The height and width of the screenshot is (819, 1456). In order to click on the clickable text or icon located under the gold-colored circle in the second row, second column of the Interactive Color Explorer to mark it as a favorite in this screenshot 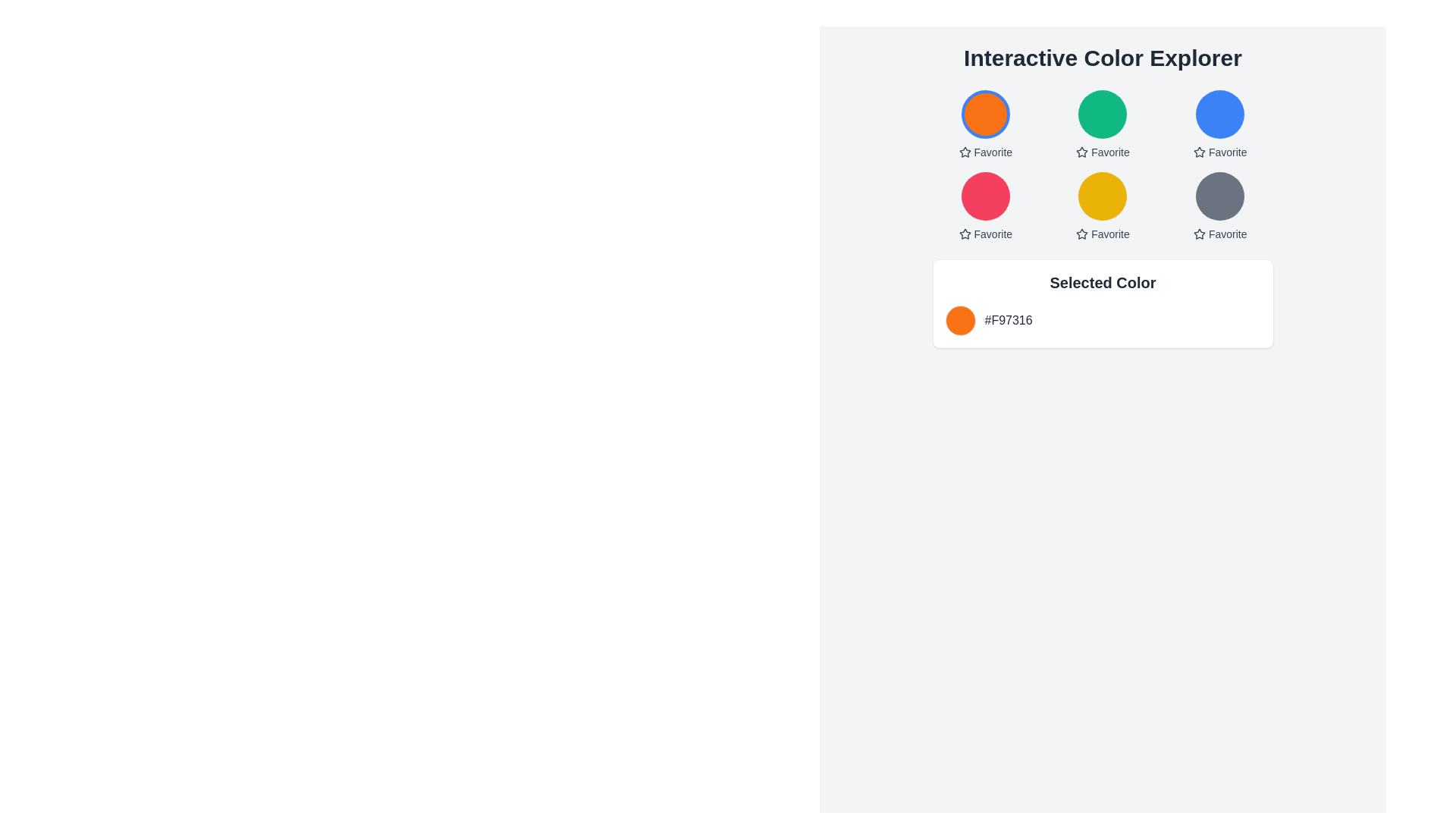, I will do `click(1103, 234)`.